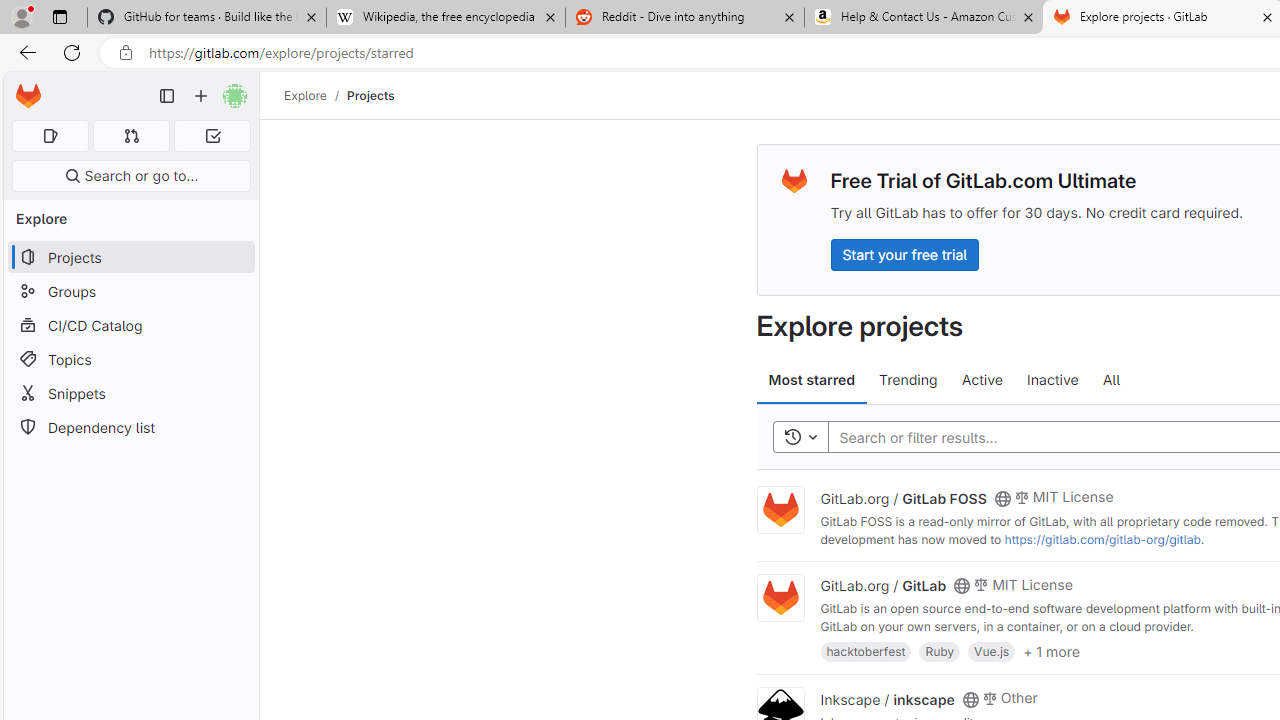 The width and height of the screenshot is (1280, 720). Describe the element at coordinates (684, 17) in the screenshot. I see `'Reddit - Dive into anything'` at that location.